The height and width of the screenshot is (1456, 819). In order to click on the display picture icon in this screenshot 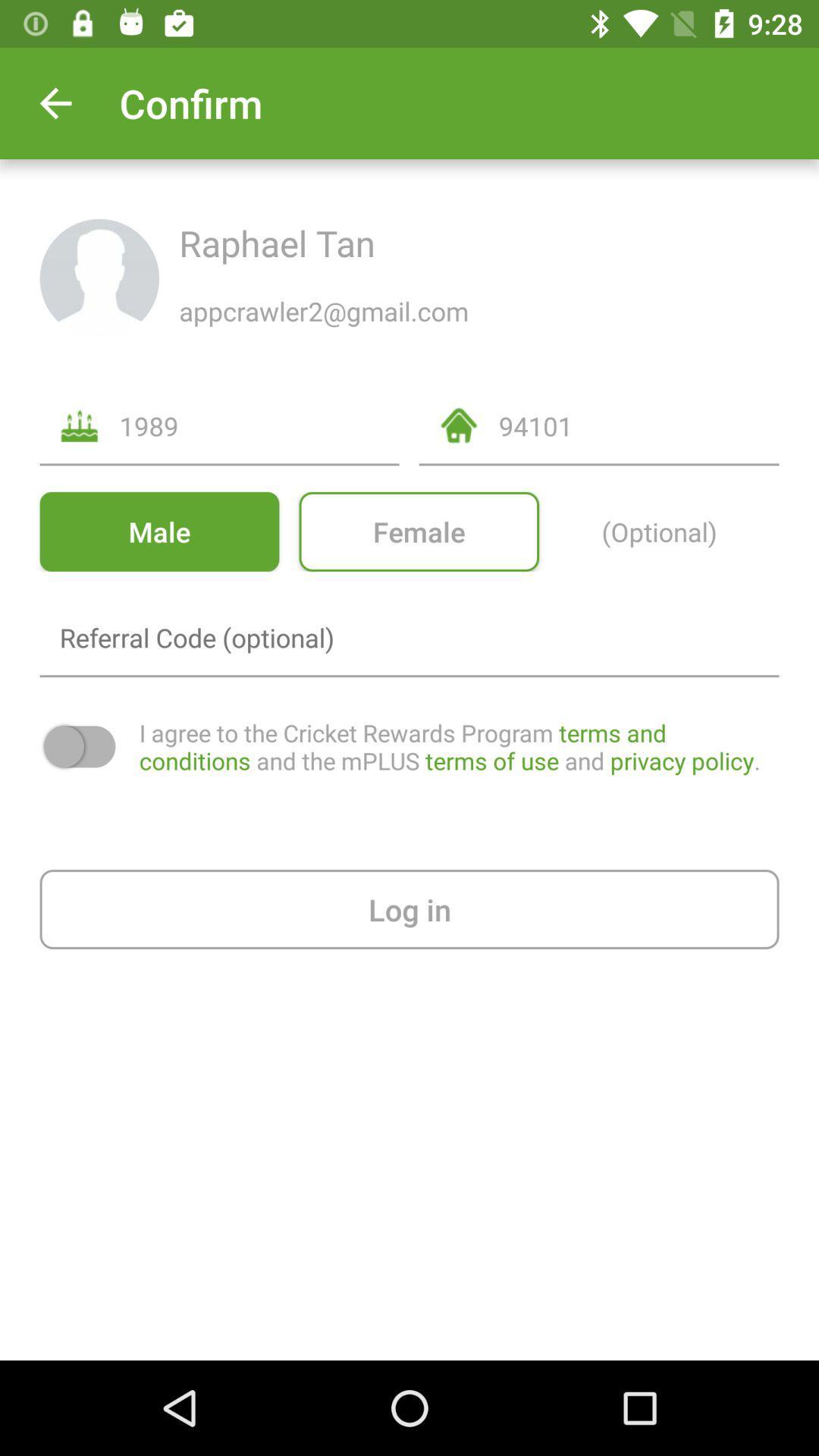, I will do `click(99, 278)`.